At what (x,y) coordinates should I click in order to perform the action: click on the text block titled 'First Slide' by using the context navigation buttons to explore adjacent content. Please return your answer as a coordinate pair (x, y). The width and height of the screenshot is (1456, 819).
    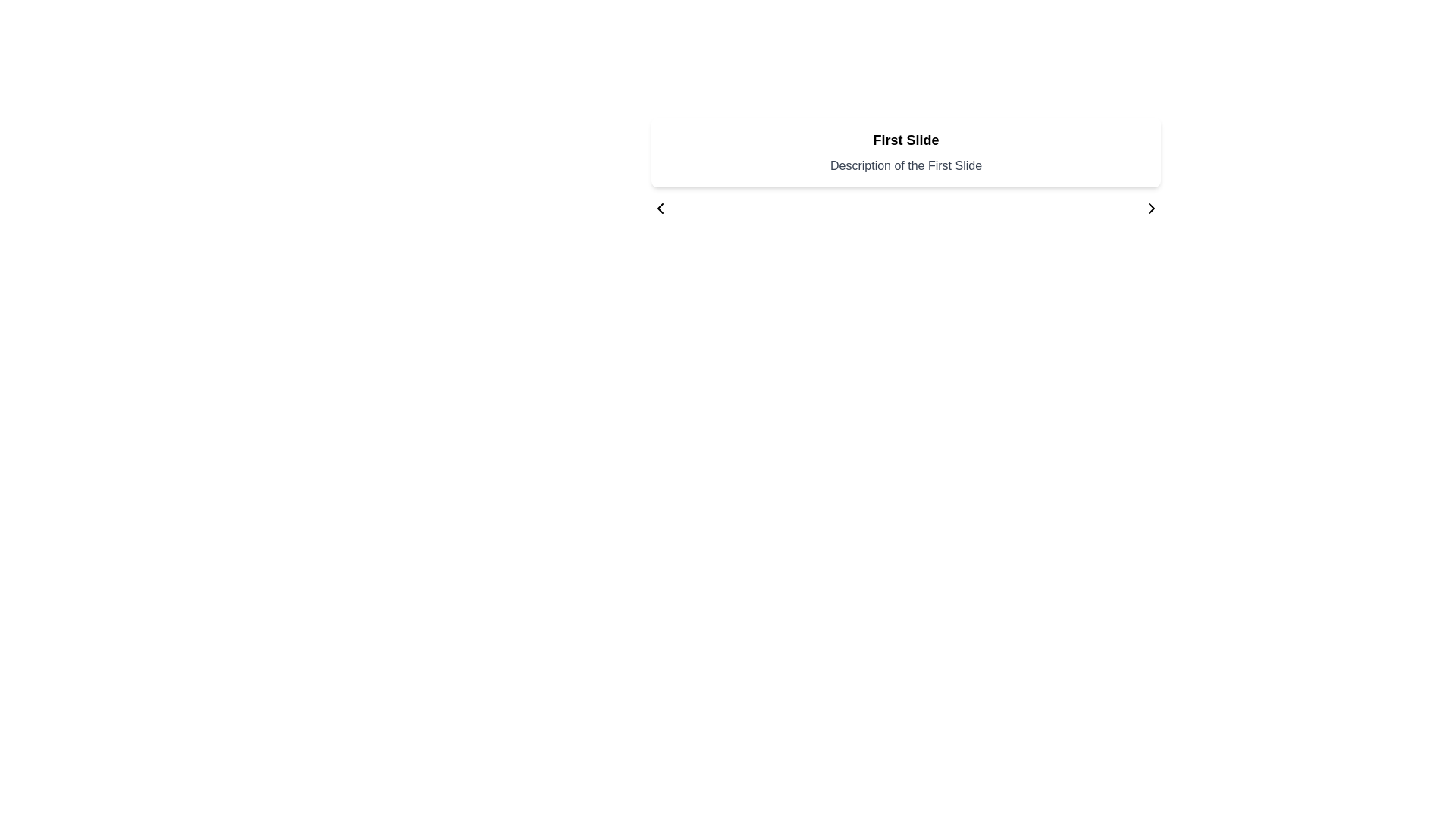
    Looking at the image, I should click on (906, 152).